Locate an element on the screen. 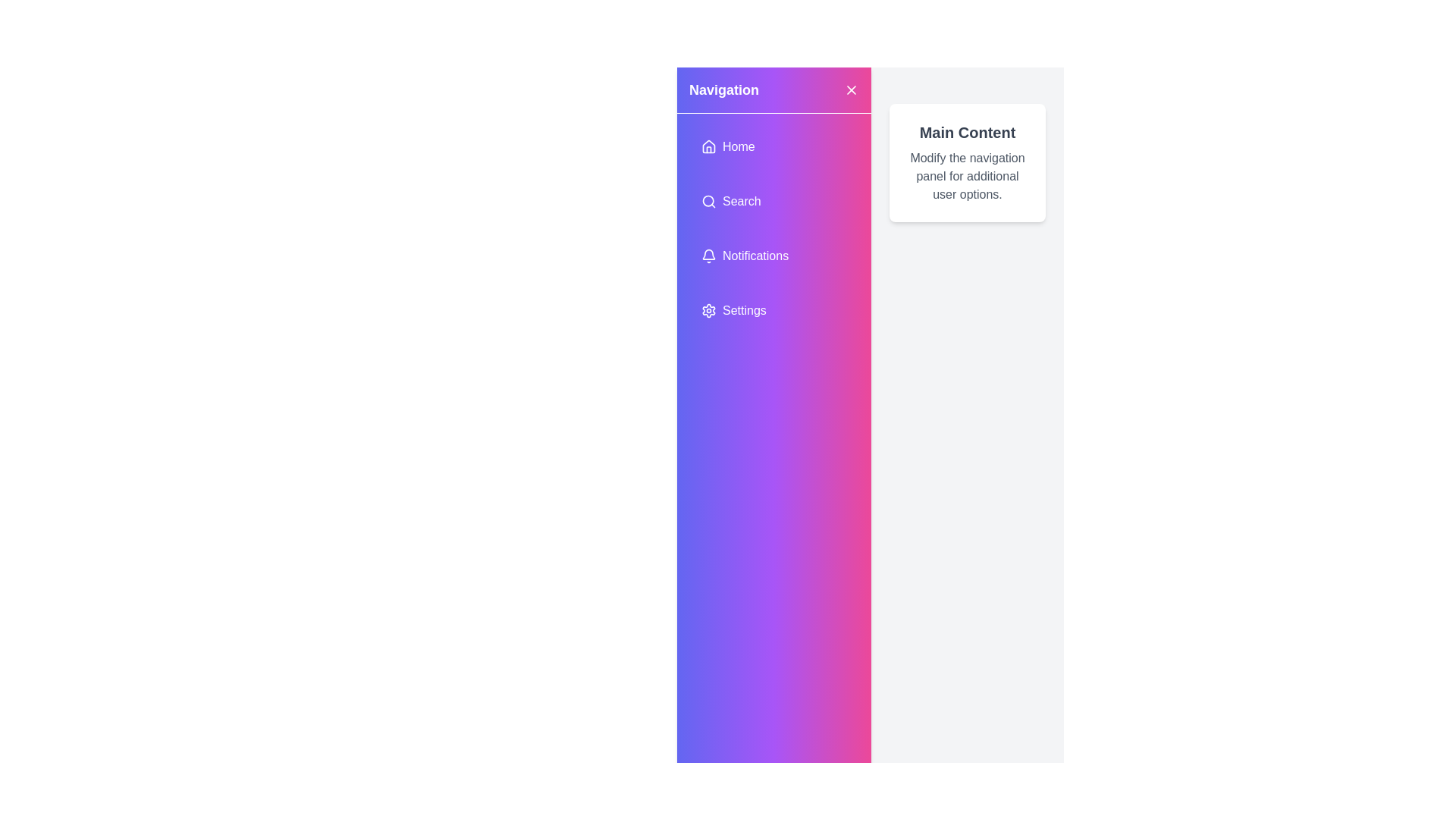 This screenshot has height=819, width=1456. the 'Home' icon in the navigation bar is located at coordinates (708, 146).